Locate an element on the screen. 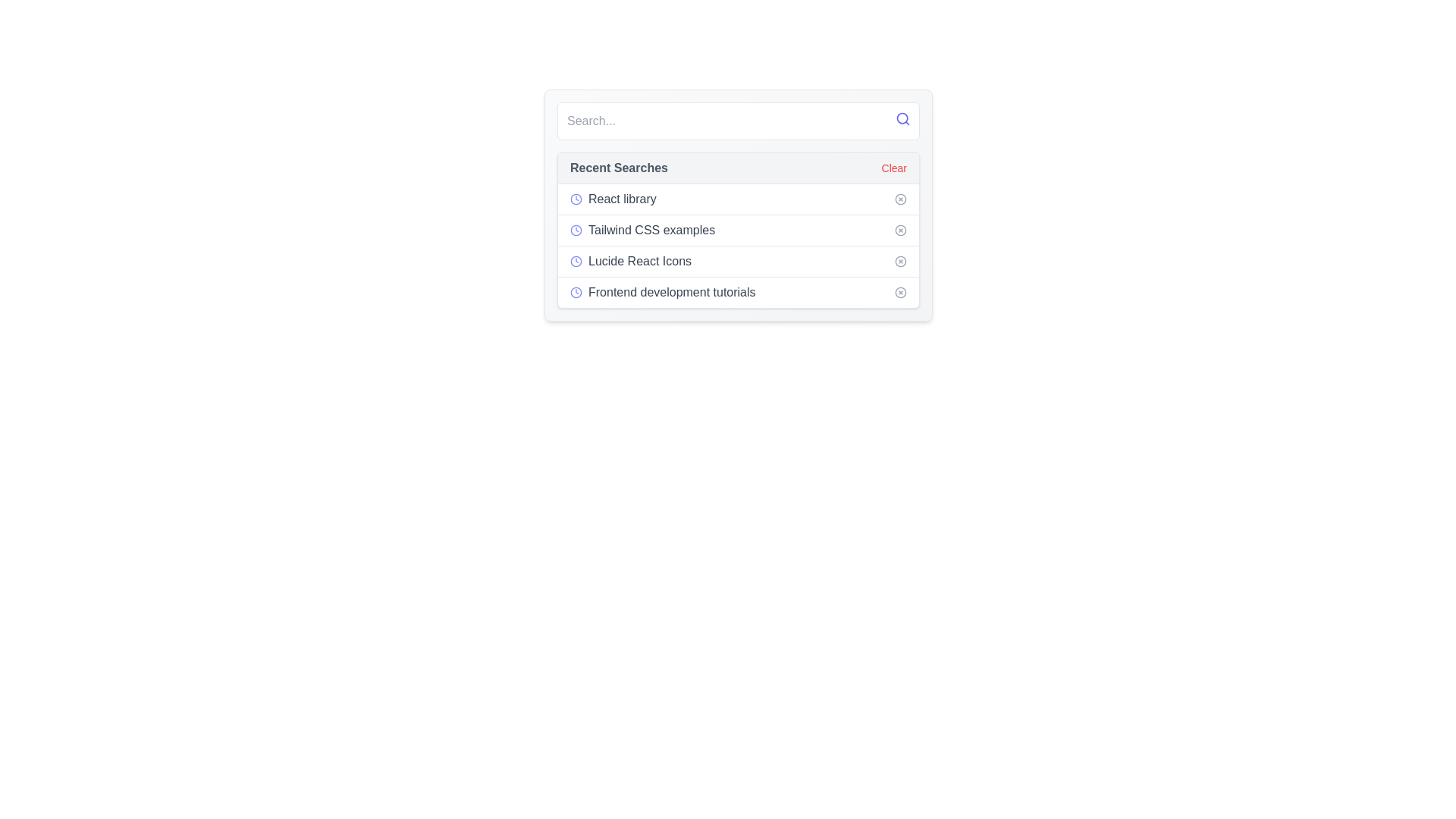 The image size is (1456, 819). the button icon for removing the 'Frontend development tutorials' item to change its color is located at coordinates (901, 292).